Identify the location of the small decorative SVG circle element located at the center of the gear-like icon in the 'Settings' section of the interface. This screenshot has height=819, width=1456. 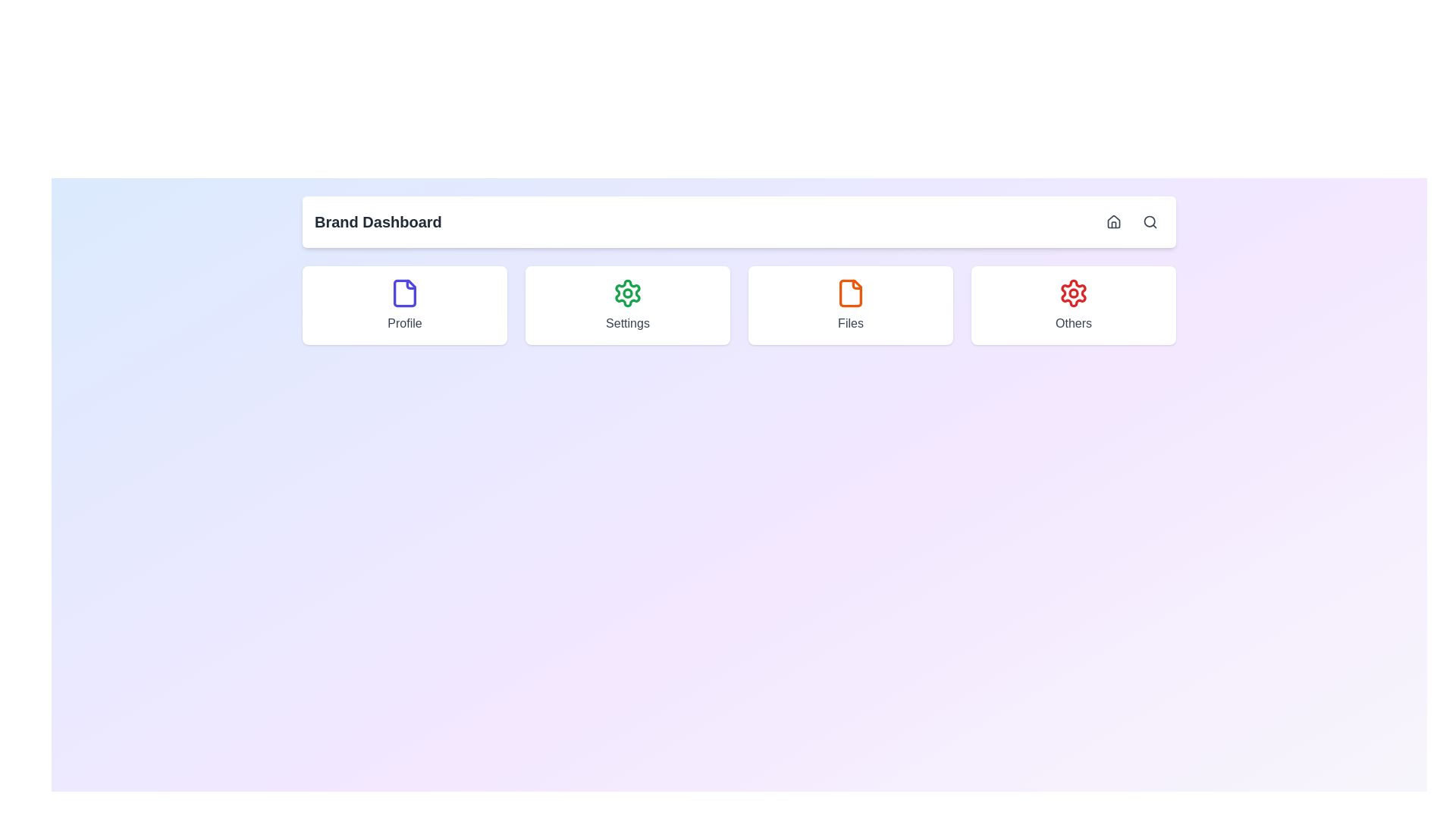
(628, 293).